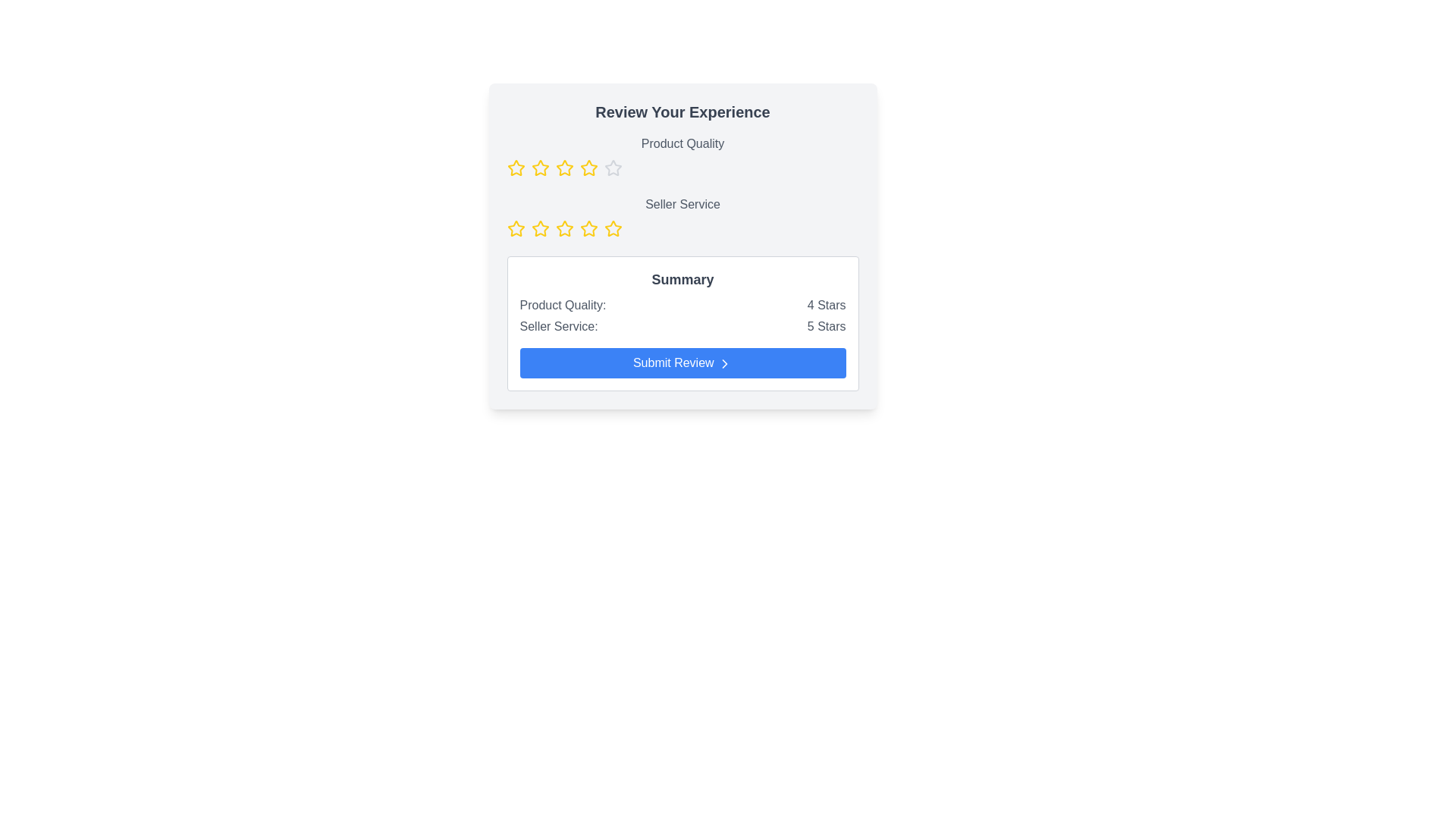 The image size is (1456, 819). What do you see at coordinates (588, 168) in the screenshot?
I see `the fourth star icon in the 'Product Quality' section` at bounding box center [588, 168].